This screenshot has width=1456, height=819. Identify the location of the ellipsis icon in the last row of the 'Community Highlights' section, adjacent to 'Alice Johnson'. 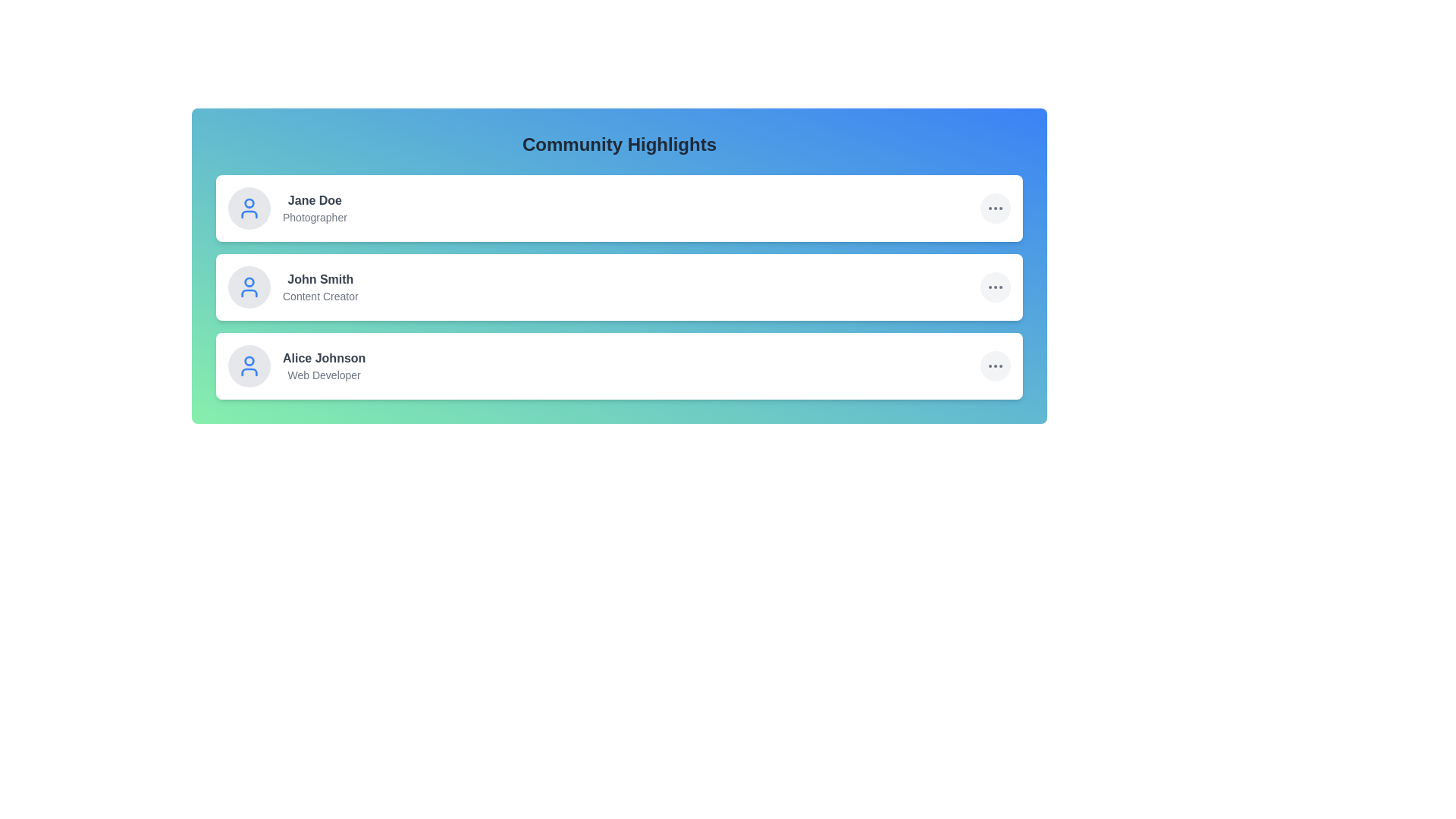
(996, 366).